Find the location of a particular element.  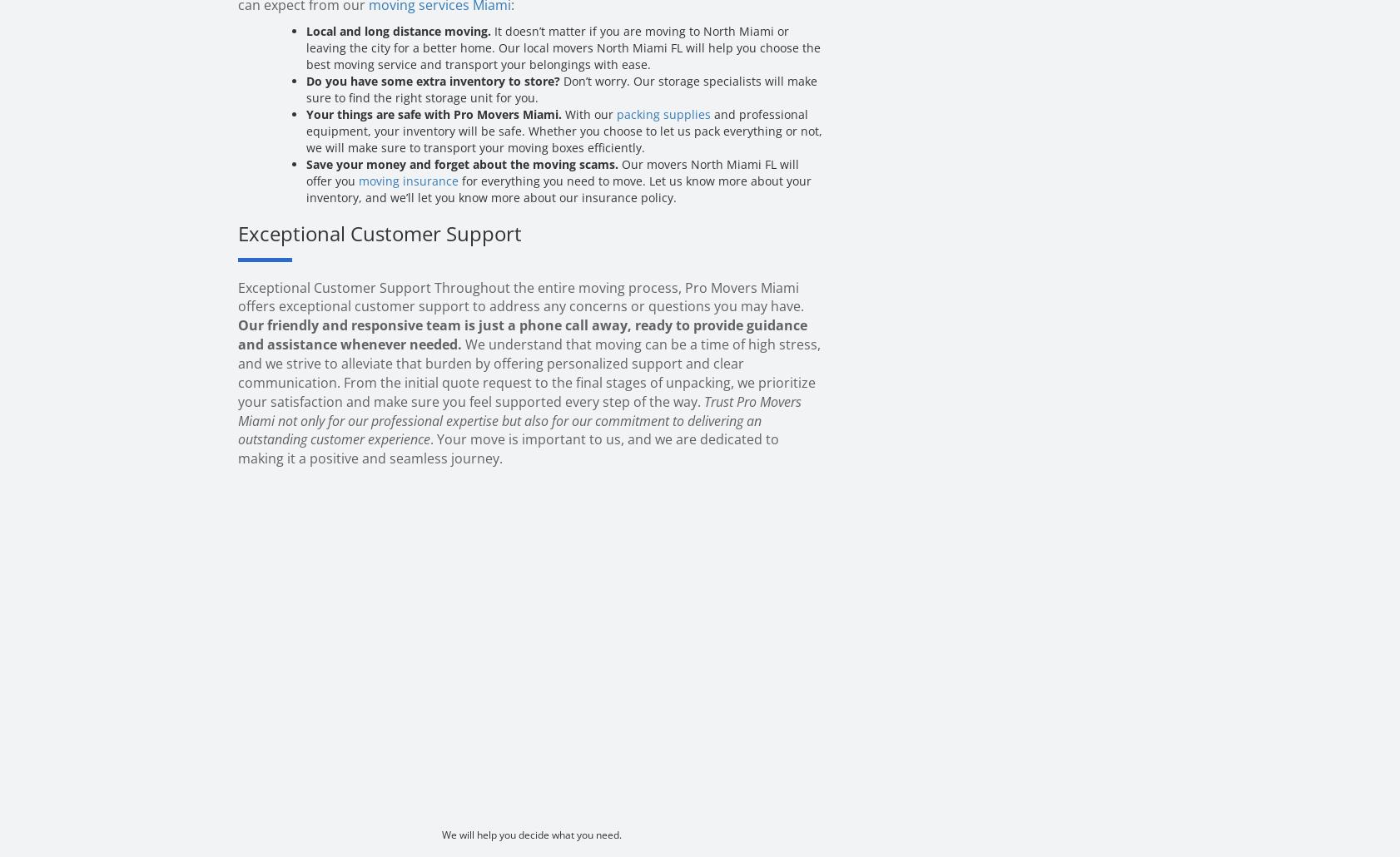

'We understand that moving can be a time of high stress, and we strive to alleviate that burden by offering personalized support and clear communication. From the initial quote request to the final stages of unpacking, we prioritize your satisfaction and make sure you feel supported every step of the way.' is located at coordinates (529, 372).